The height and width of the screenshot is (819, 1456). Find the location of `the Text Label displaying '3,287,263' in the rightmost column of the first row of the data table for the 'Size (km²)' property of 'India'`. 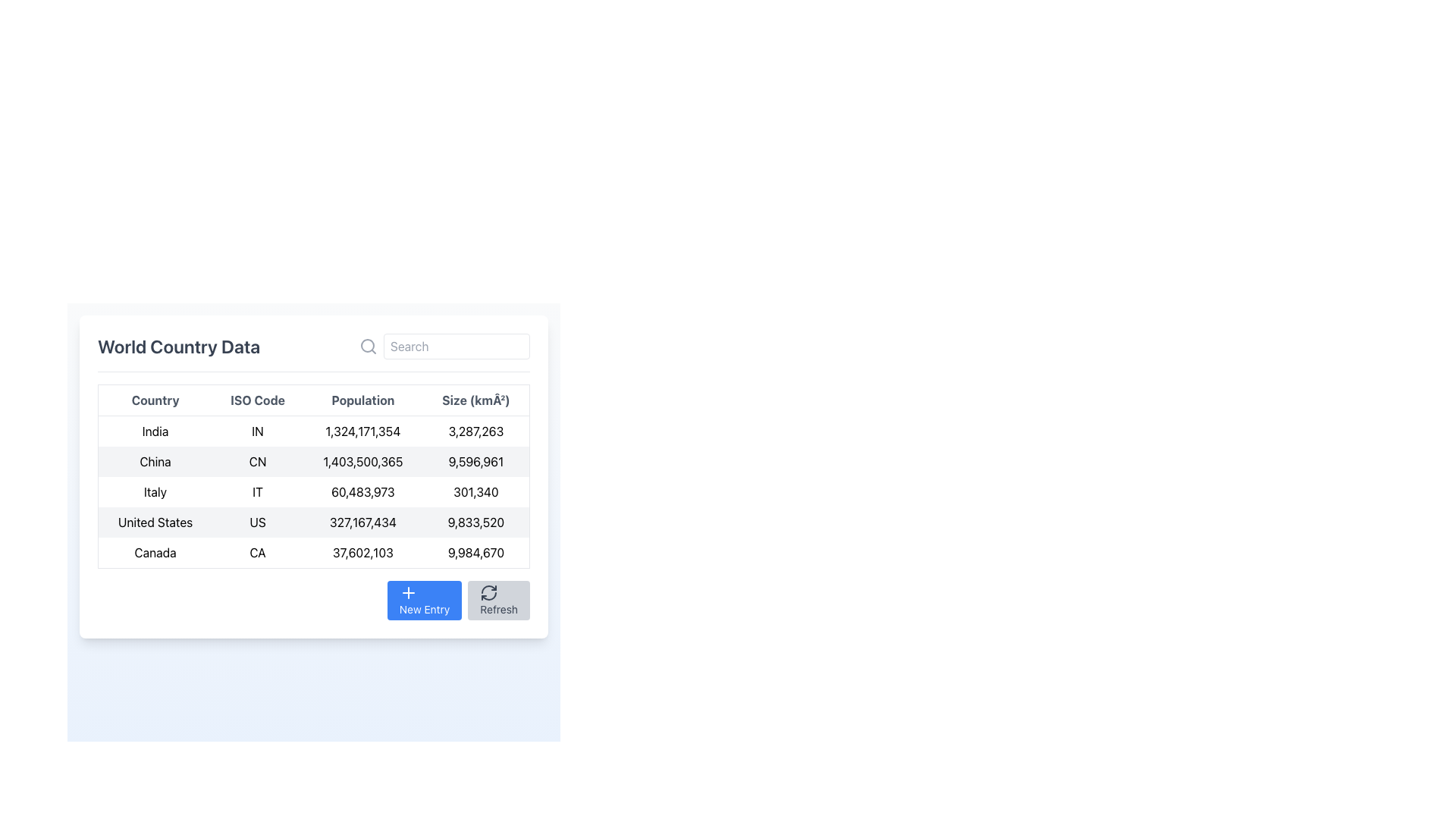

the Text Label displaying '3,287,263' in the rightmost column of the first row of the data table for the 'Size (km²)' property of 'India' is located at coordinates (475, 431).